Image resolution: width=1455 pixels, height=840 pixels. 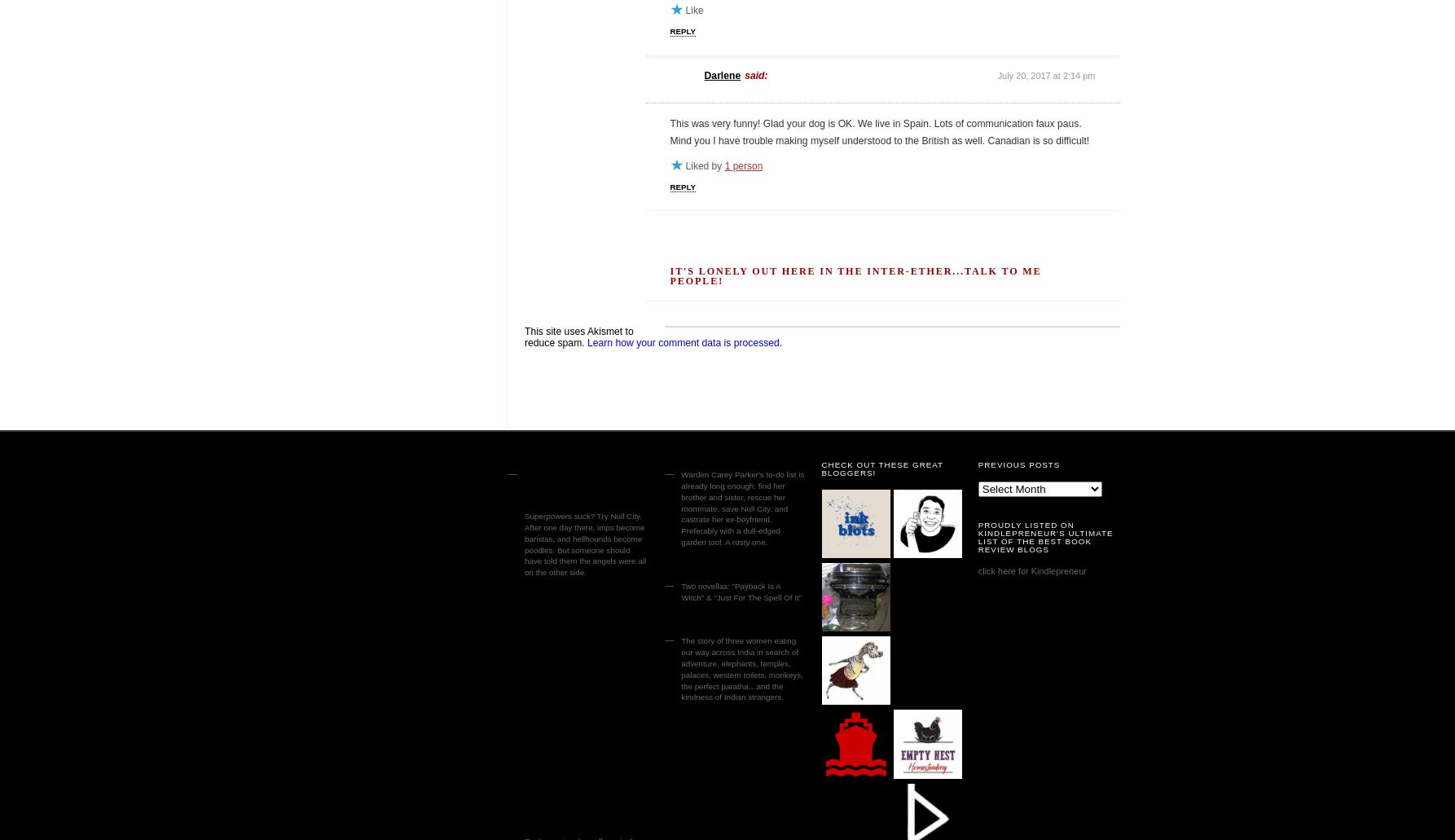 What do you see at coordinates (756, 75) in the screenshot?
I see `'said:'` at bounding box center [756, 75].